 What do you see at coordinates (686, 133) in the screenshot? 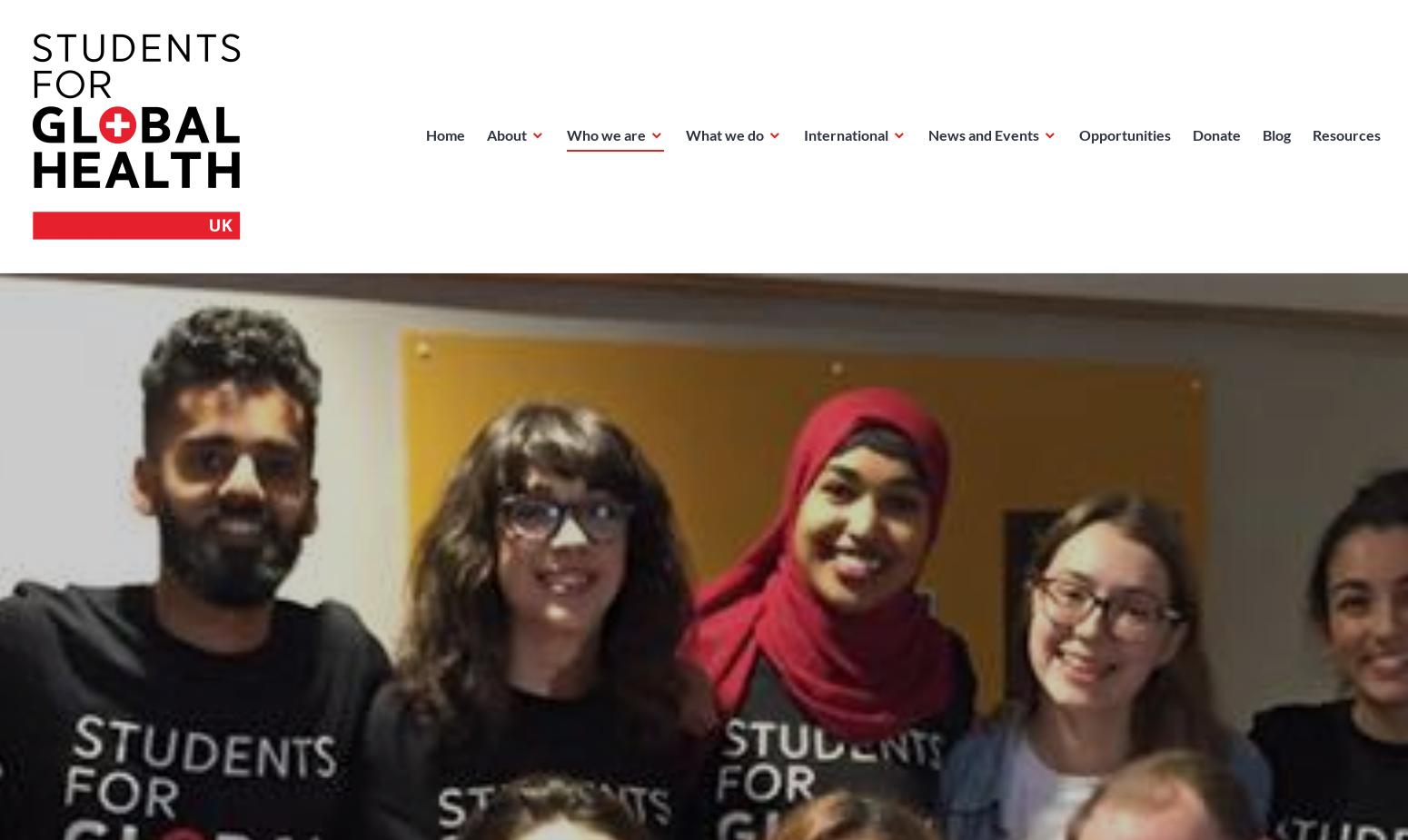
I see `'What we do'` at bounding box center [686, 133].